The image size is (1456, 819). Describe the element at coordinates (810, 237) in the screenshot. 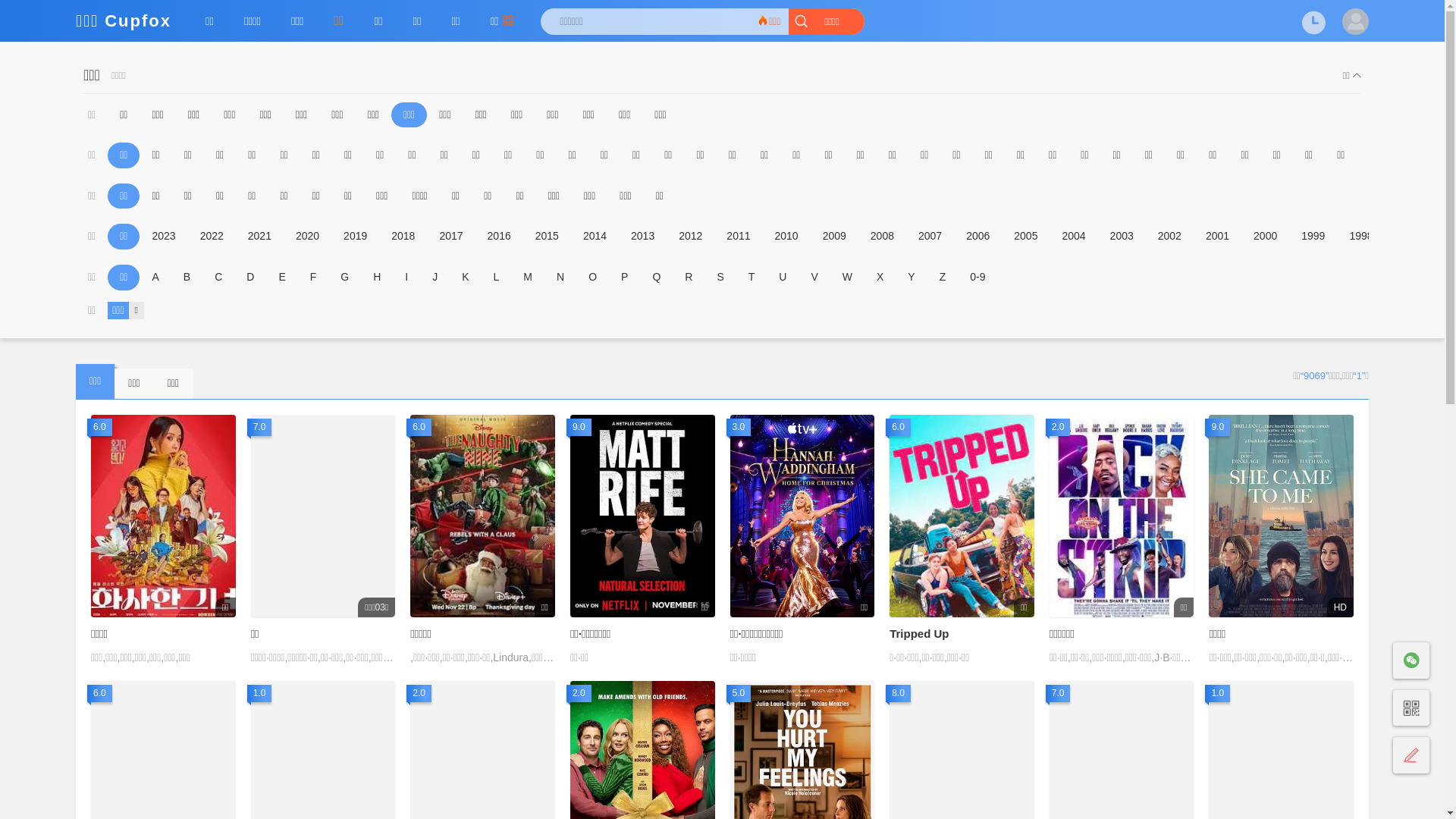

I see `'2009'` at that location.